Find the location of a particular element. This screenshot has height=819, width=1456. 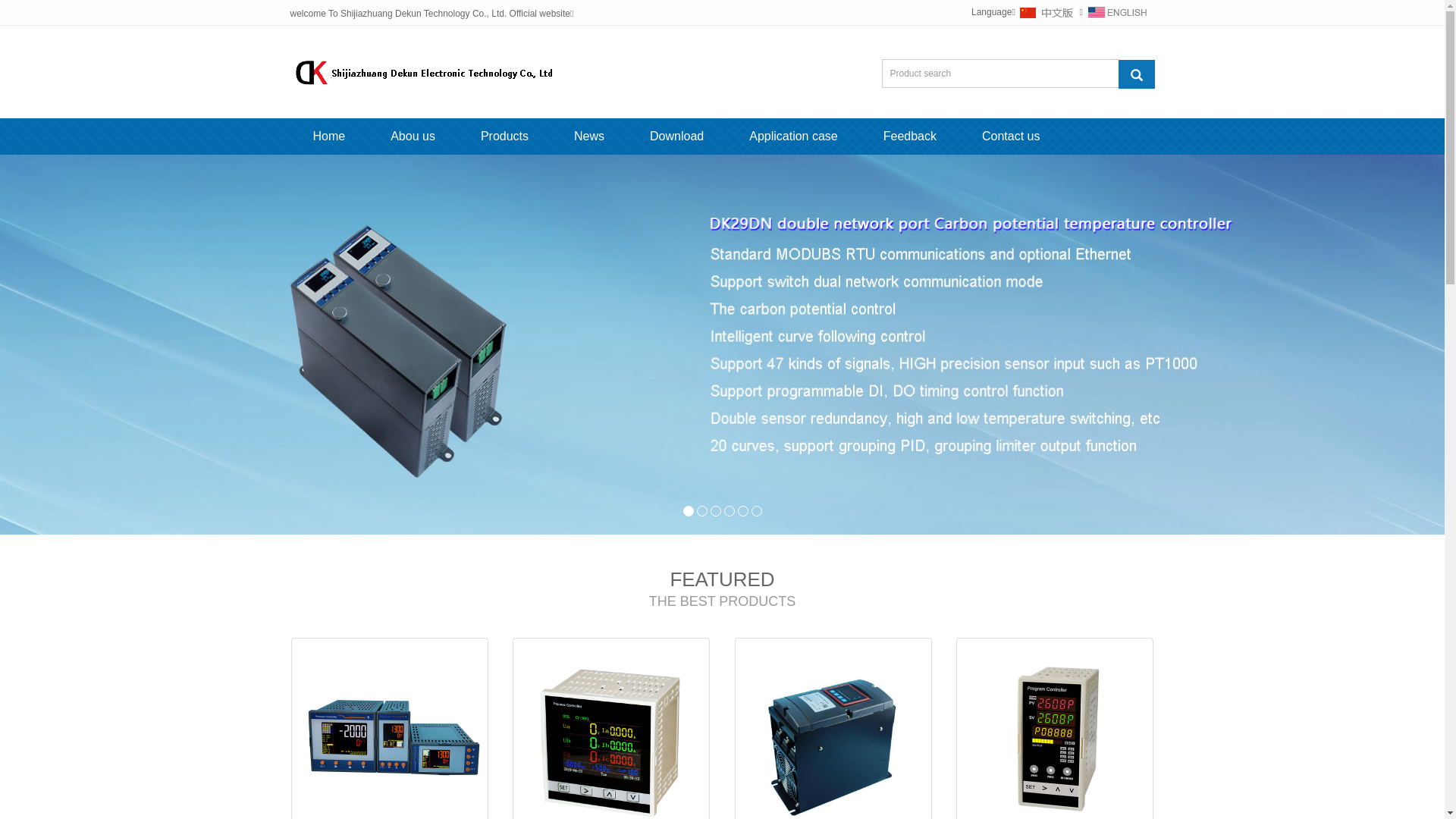

'5' is located at coordinates (742, 511).